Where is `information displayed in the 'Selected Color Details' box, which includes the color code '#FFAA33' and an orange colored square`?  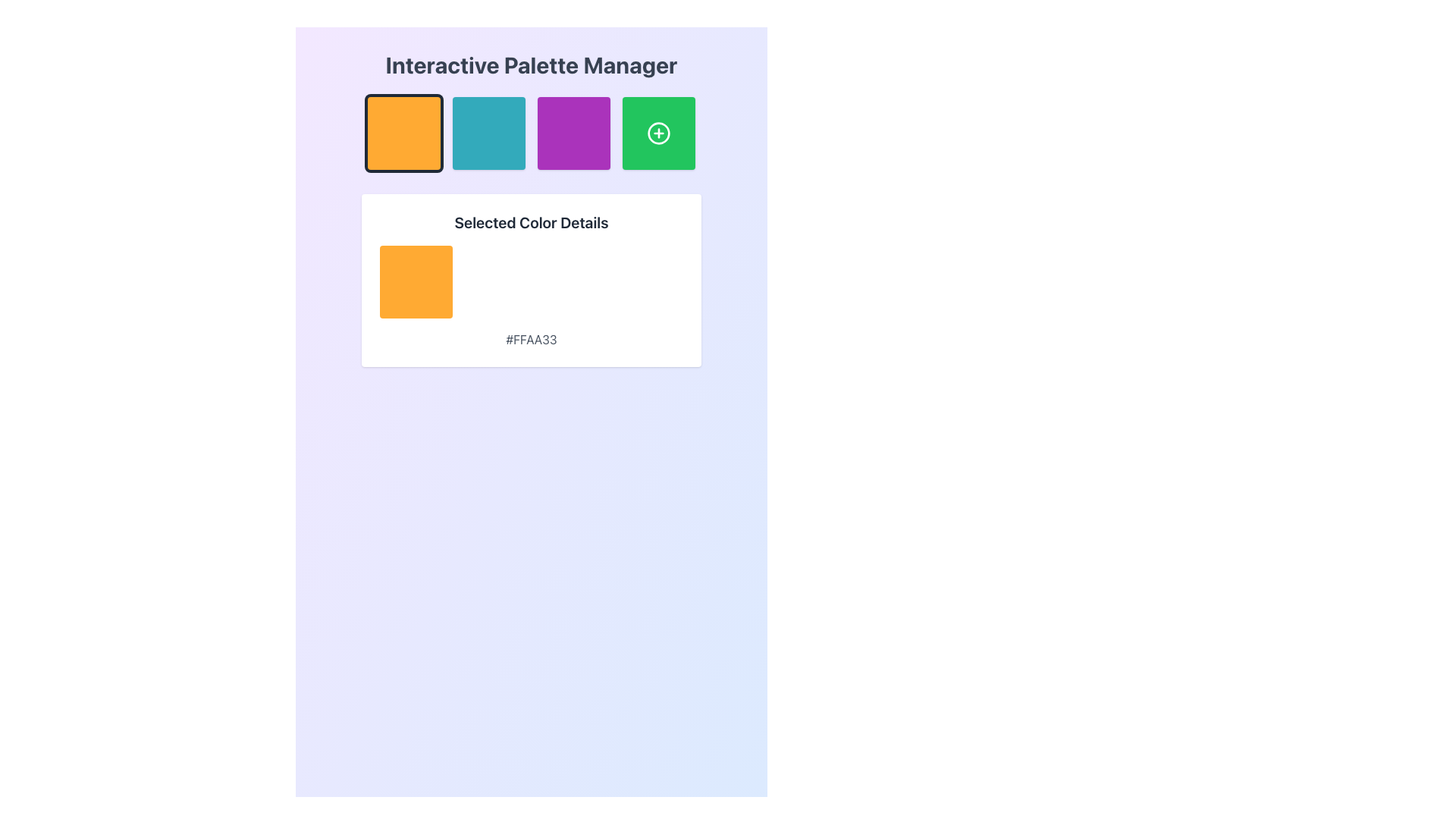
information displayed in the 'Selected Color Details' box, which includes the color code '#FFAA33' and an orange colored square is located at coordinates (531, 281).